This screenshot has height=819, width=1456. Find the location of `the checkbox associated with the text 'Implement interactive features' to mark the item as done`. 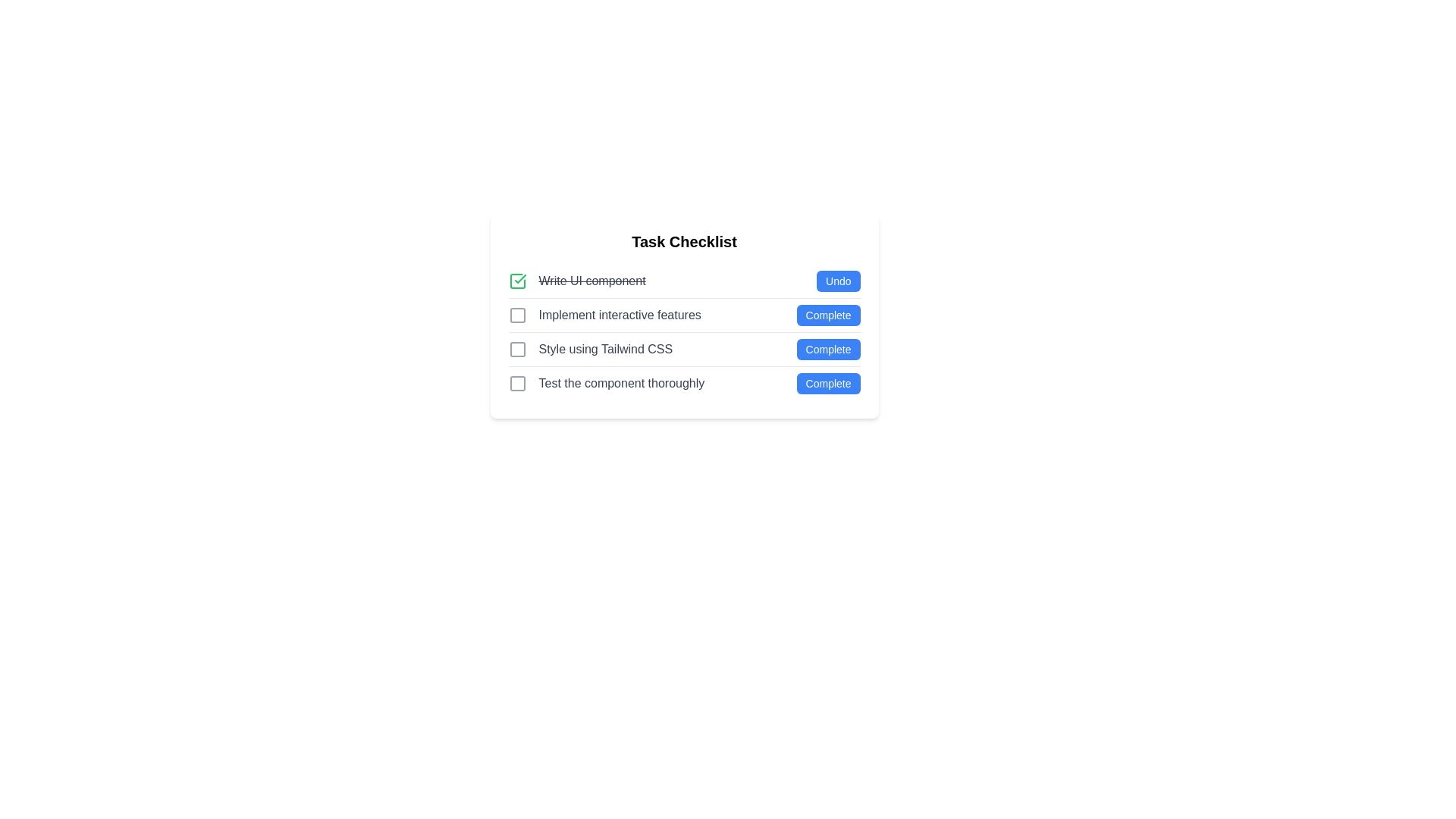

the checkbox associated with the text 'Implement interactive features' to mark the item as done is located at coordinates (604, 315).